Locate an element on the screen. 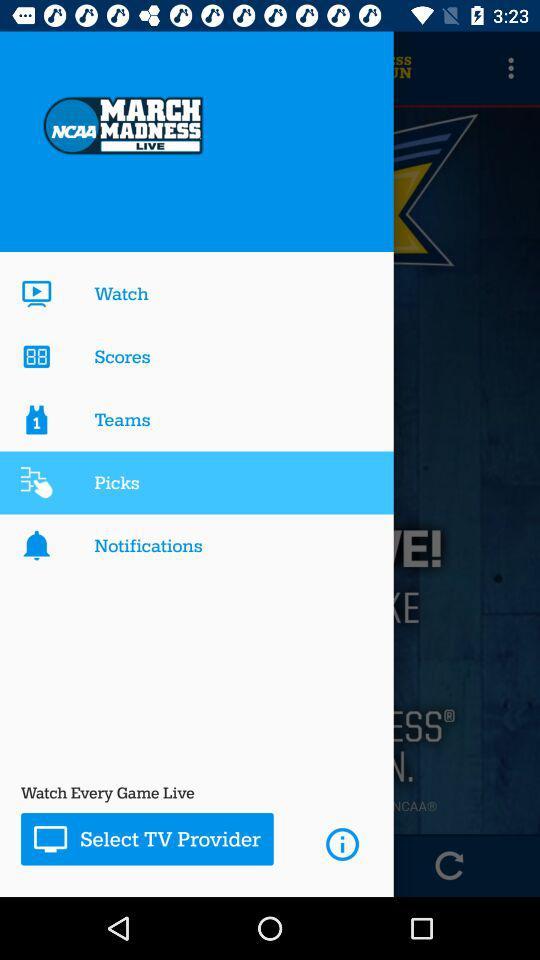 The width and height of the screenshot is (540, 960). the close icon is located at coordinates (89, 864).